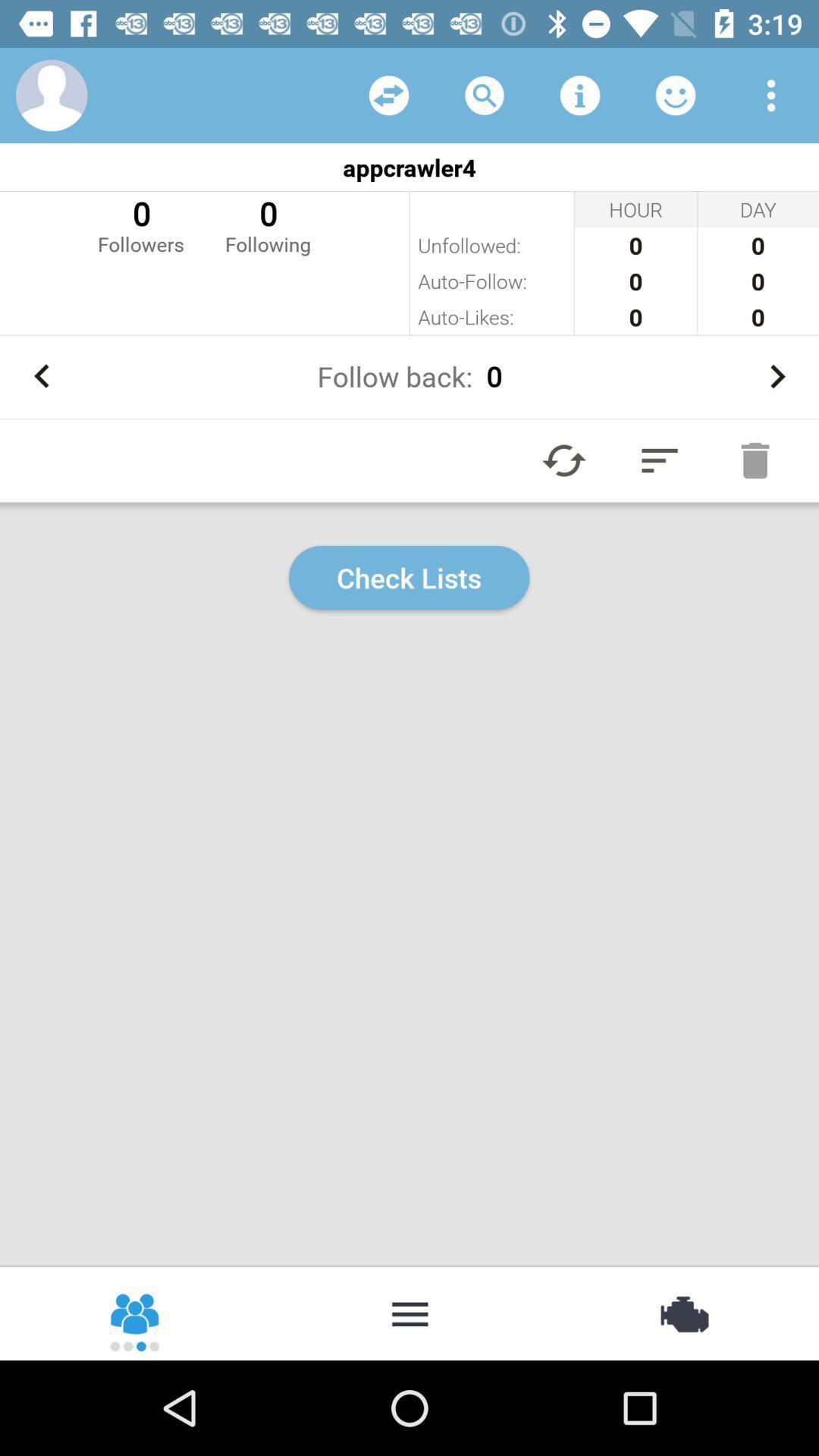 This screenshot has height=1456, width=819. Describe the element at coordinates (579, 94) in the screenshot. I see `information option` at that location.